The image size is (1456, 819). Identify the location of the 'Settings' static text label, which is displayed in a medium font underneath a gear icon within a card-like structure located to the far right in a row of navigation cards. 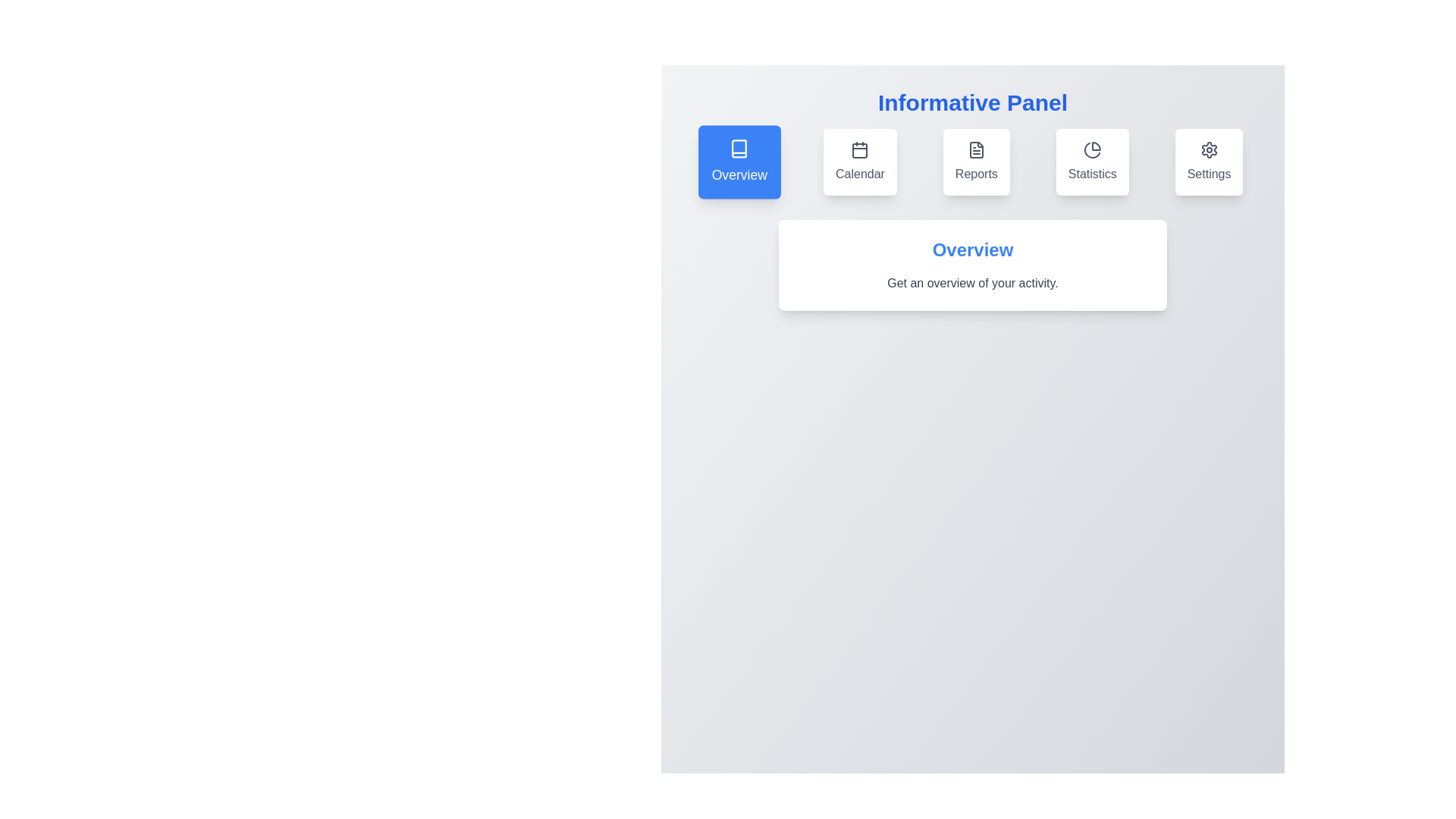
(1208, 174).